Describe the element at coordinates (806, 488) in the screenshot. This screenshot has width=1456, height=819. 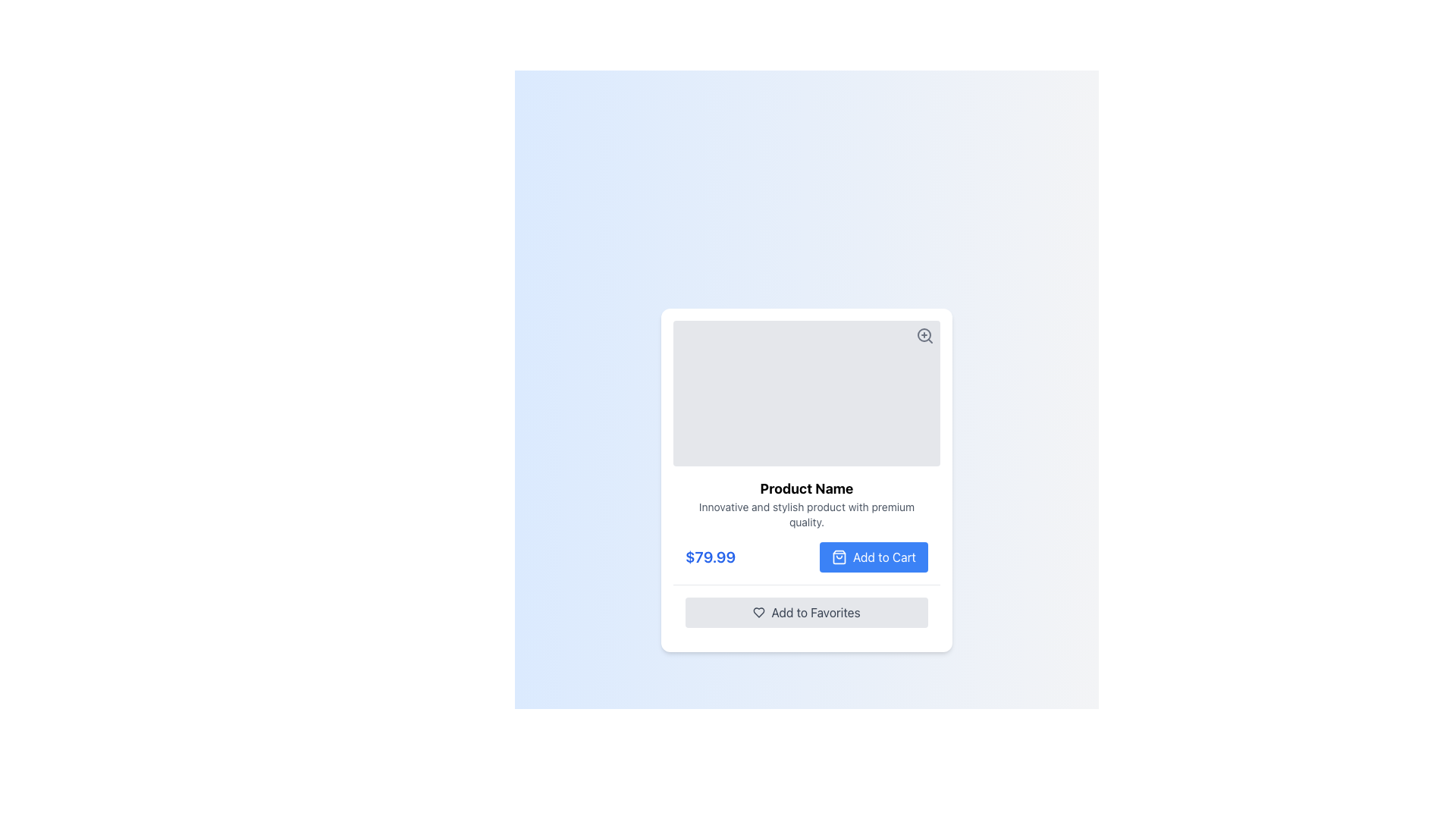
I see `bolded text labeled 'Product Name' prominently displayed at the top of the card layout` at that location.